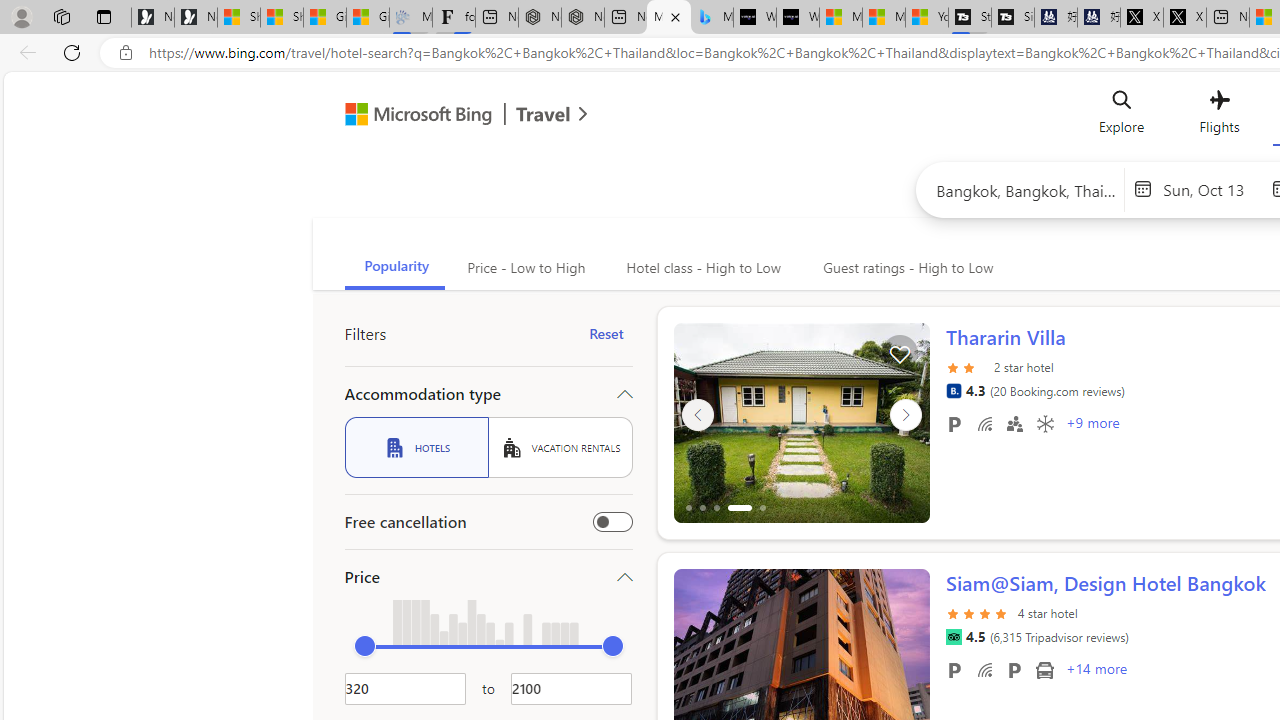 The height and width of the screenshot is (720, 1280). Describe the element at coordinates (1121, 117) in the screenshot. I see `'Explore'` at that location.